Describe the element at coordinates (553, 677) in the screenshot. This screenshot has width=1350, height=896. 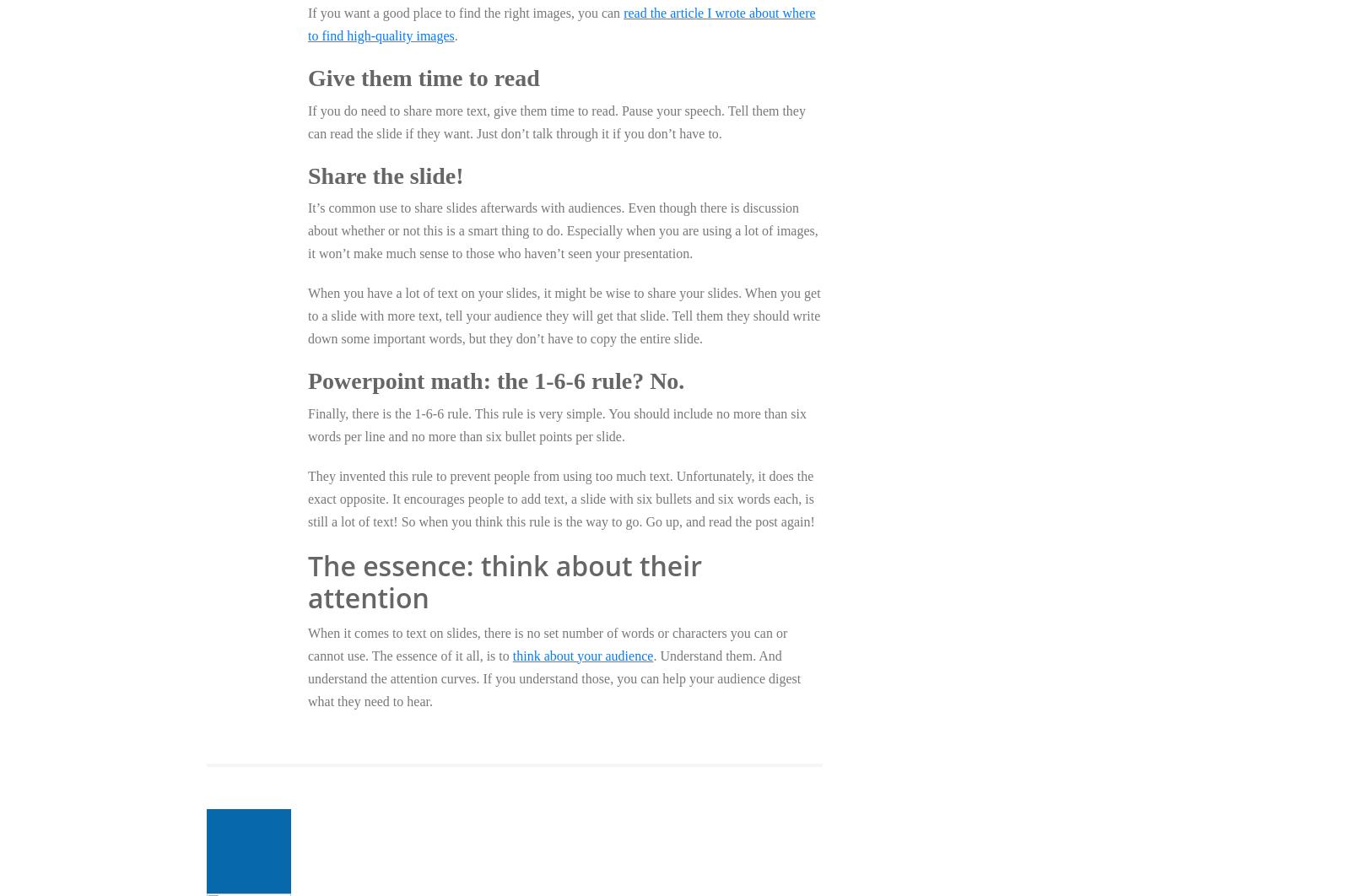
I see `'. Understand them. And understand the attention curves. If you understand those, you can help your audience digest what they need to hear.'` at that location.